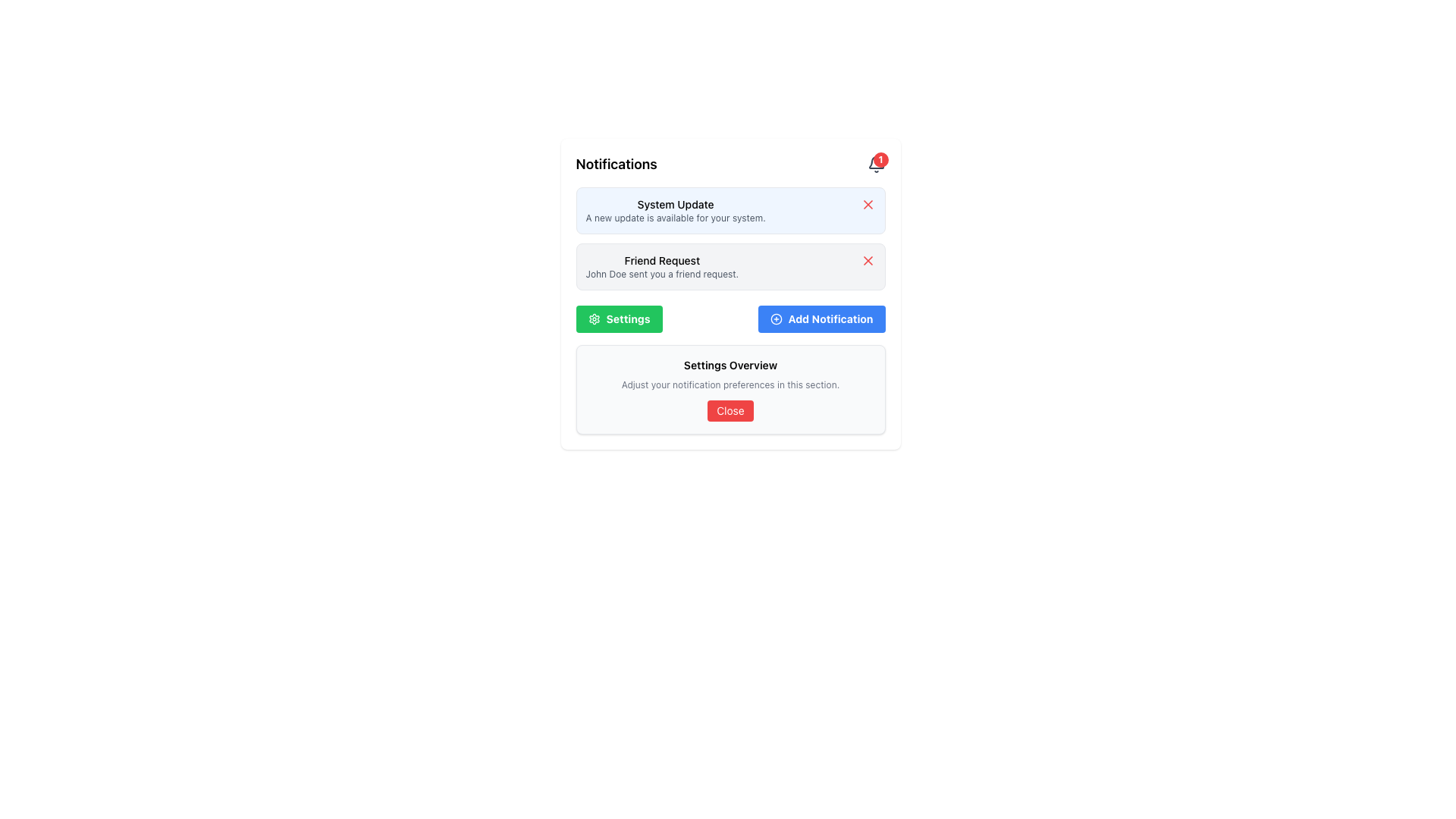 The width and height of the screenshot is (1456, 819). I want to click on the decorative icon representing the action of adding a new notification, located to the left of the 'Add Notification' text inside a blue button at the bottom of the notifications list section, so click(776, 318).